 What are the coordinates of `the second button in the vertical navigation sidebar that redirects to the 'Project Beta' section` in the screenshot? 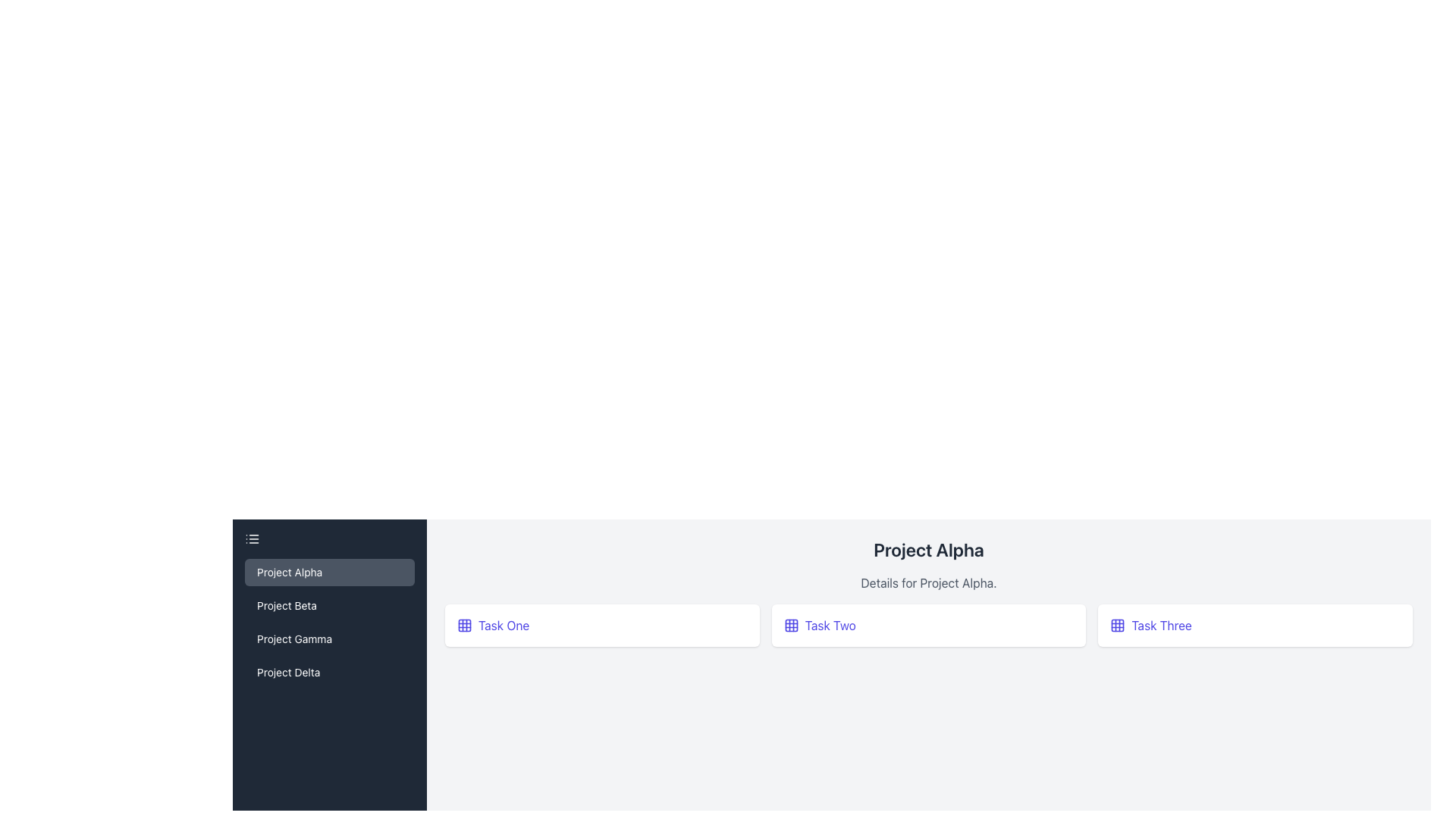 It's located at (329, 604).